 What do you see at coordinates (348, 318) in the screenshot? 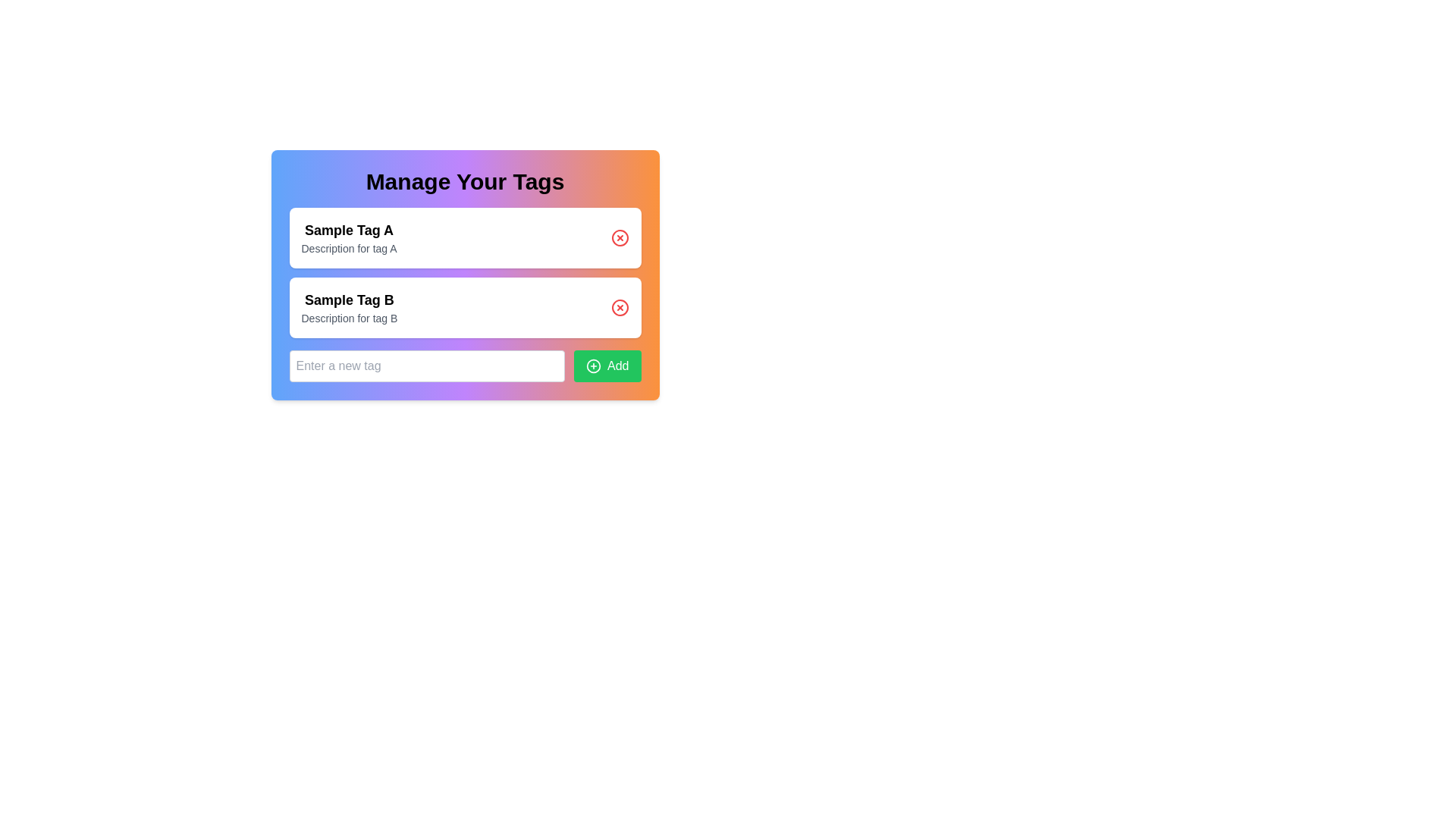
I see `the descriptive text label providing additional information about 'Sample Tag B', located beneath the title 'Sample Tag B' in the 'Manage Your Tags' section` at bounding box center [348, 318].